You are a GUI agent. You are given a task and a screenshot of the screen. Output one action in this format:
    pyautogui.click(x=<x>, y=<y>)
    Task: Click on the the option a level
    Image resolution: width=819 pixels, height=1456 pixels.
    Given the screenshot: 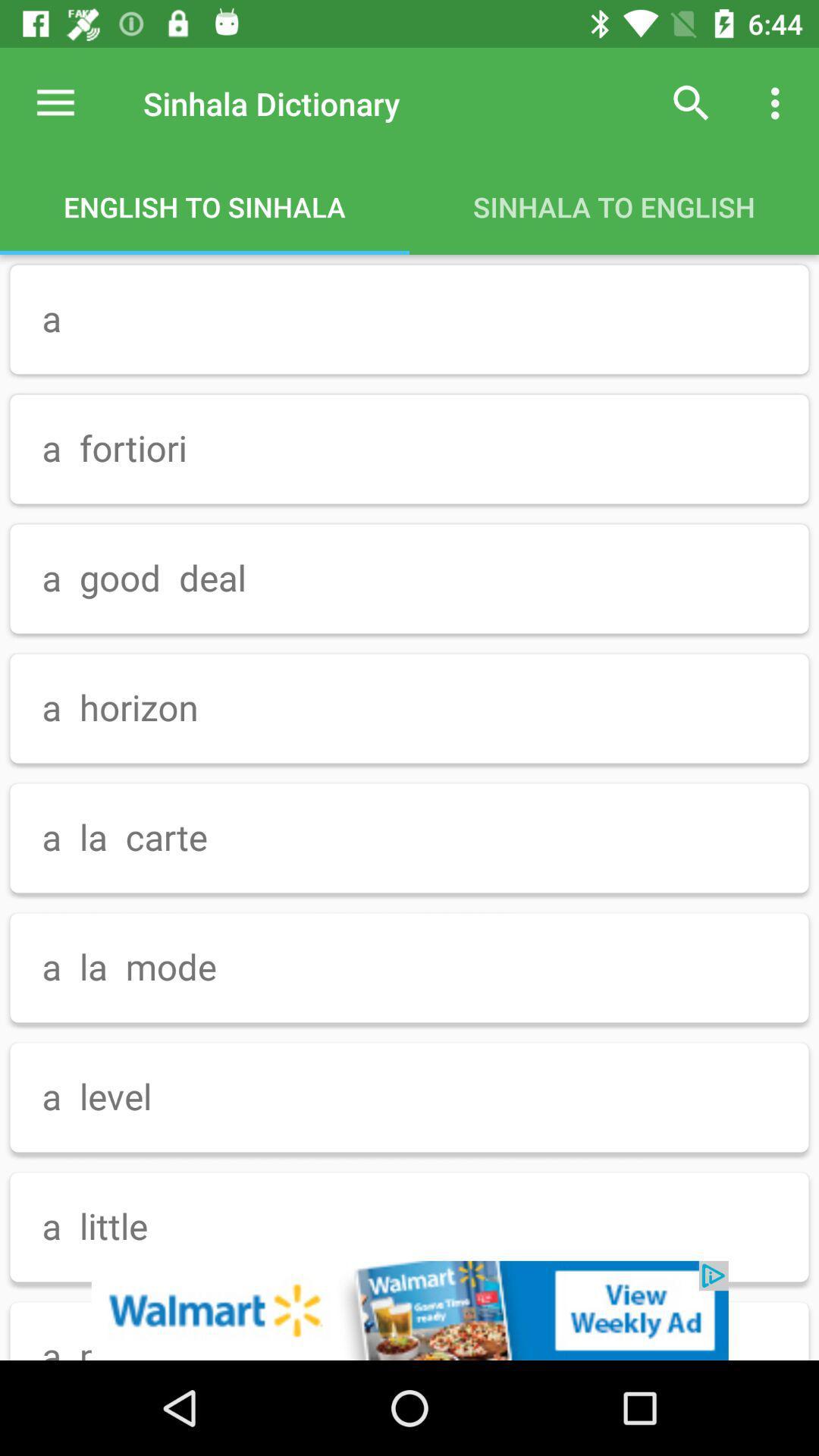 What is the action you would take?
    pyautogui.click(x=409, y=1098)
    